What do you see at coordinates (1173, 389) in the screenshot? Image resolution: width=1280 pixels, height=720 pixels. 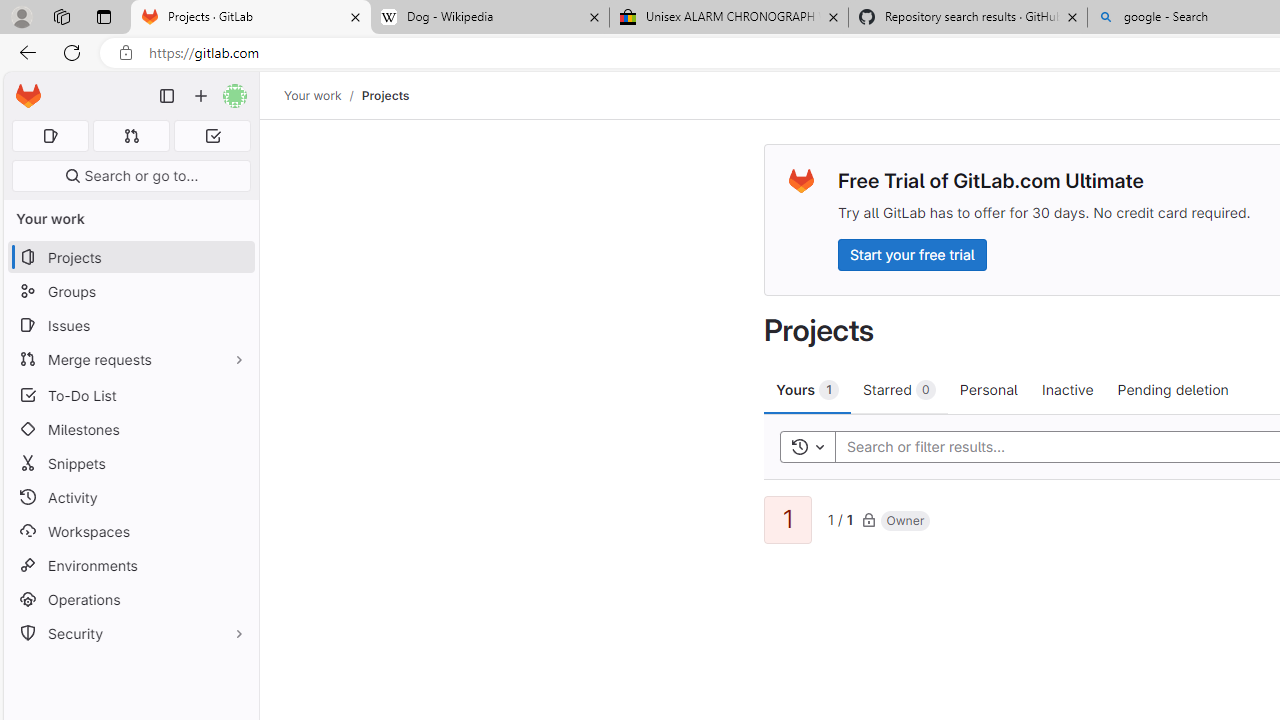 I see `'Pending deletion'` at bounding box center [1173, 389].